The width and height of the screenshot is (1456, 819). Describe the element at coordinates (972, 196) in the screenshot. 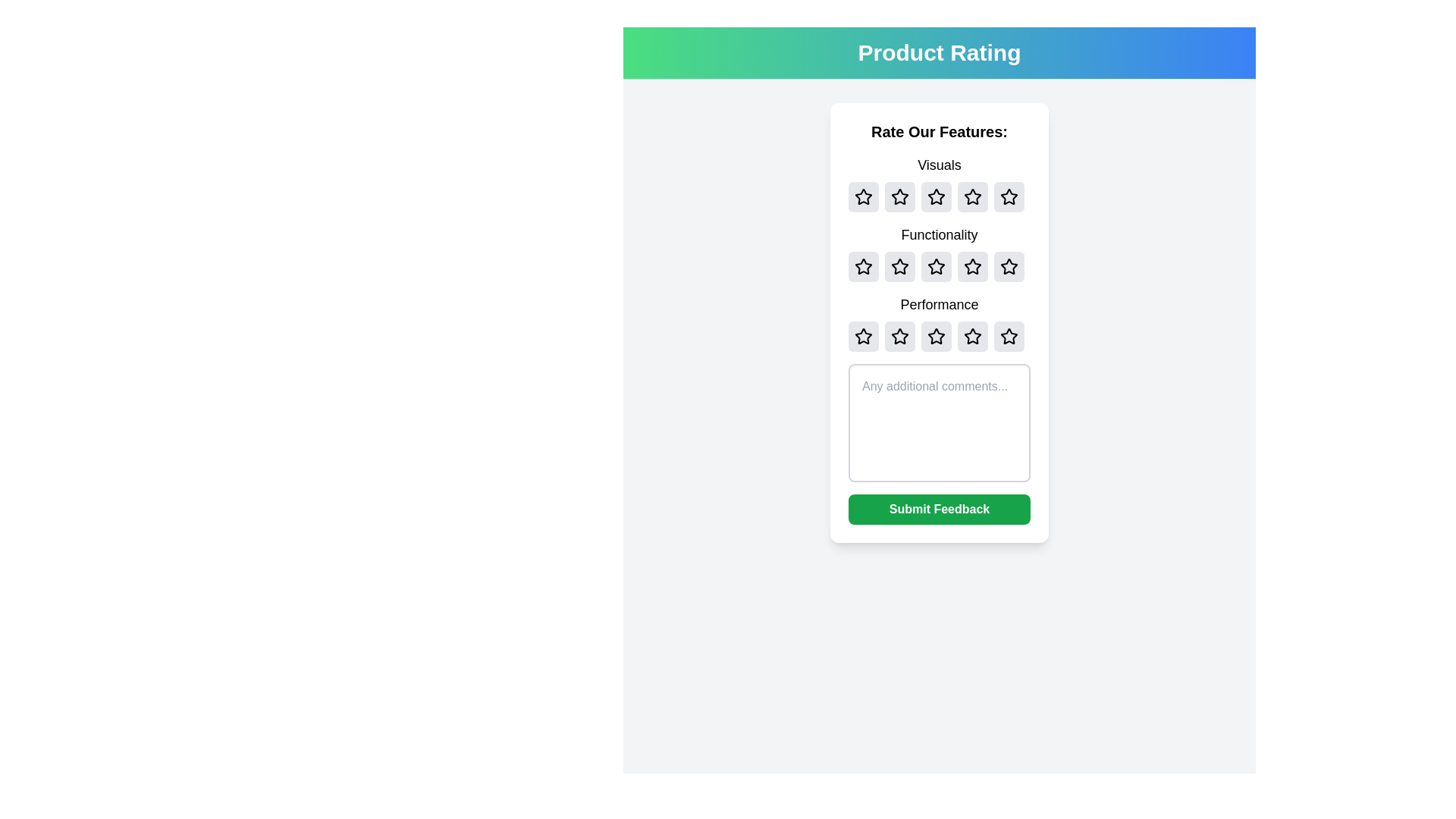

I see `the star icon button with a light gray background, which is the fourth element in the first row of rating stars` at that location.